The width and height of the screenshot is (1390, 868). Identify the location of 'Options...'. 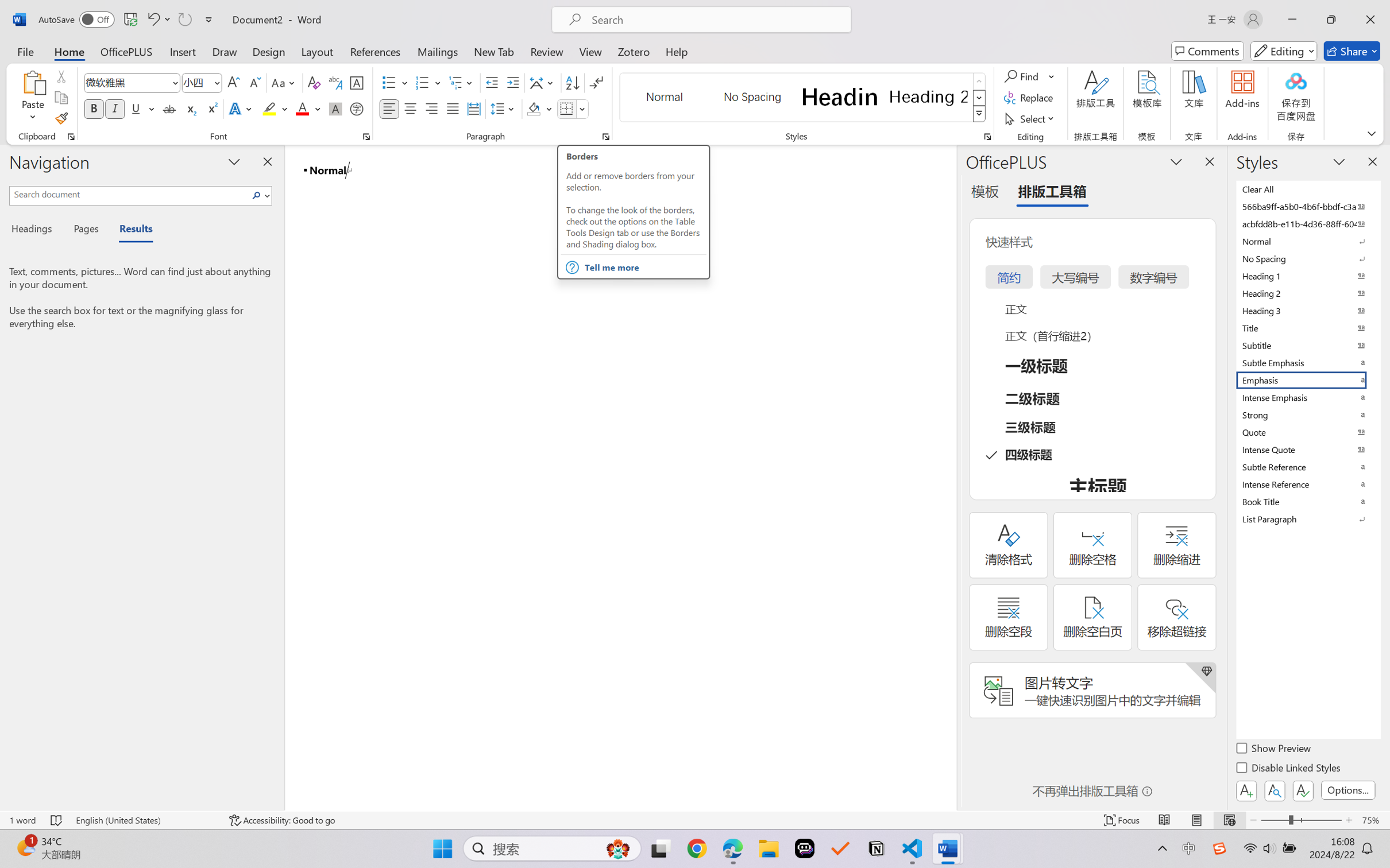
(1346, 789).